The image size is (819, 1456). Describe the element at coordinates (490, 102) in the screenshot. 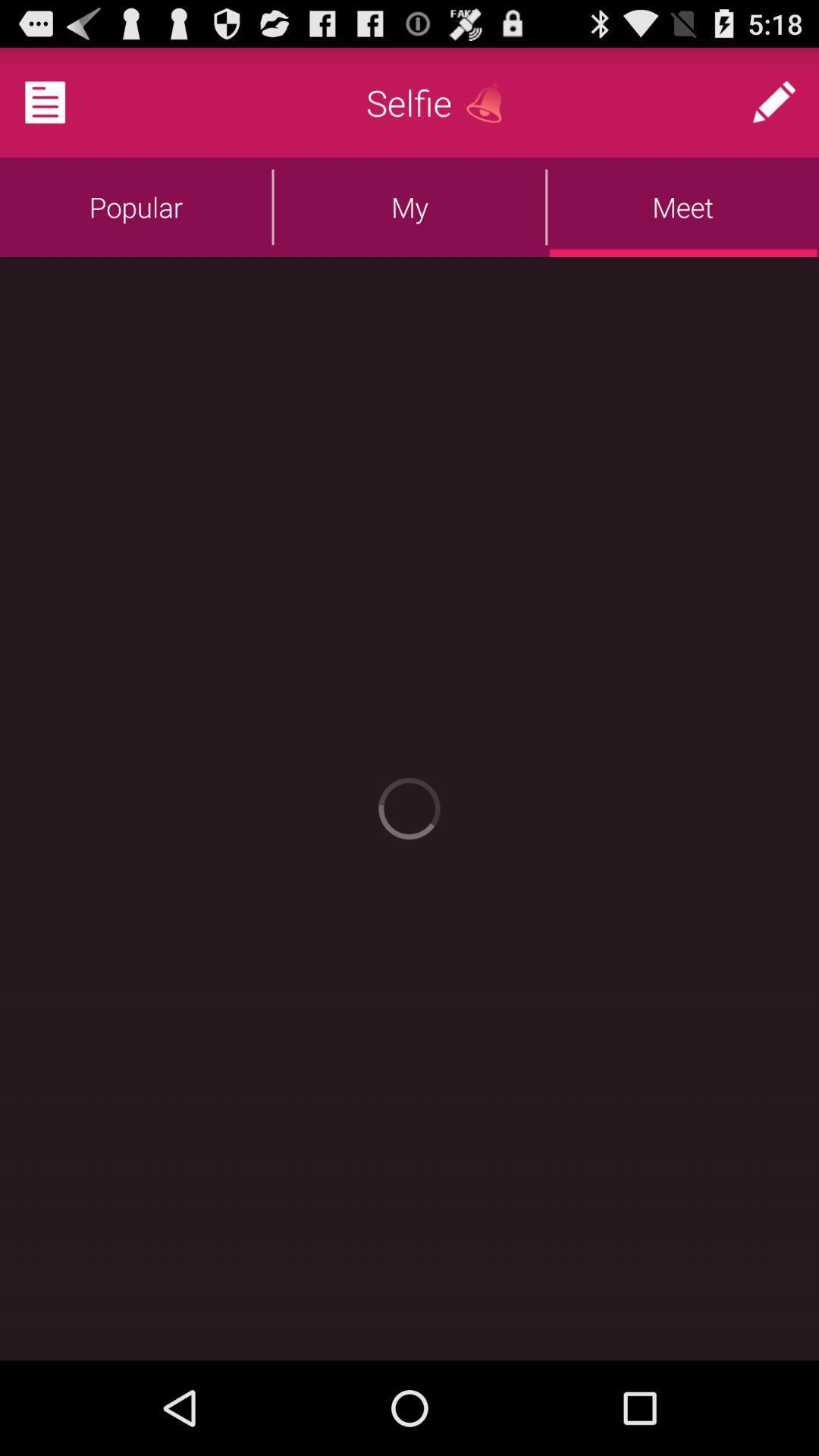

I see `icon to the right of the selfie` at that location.